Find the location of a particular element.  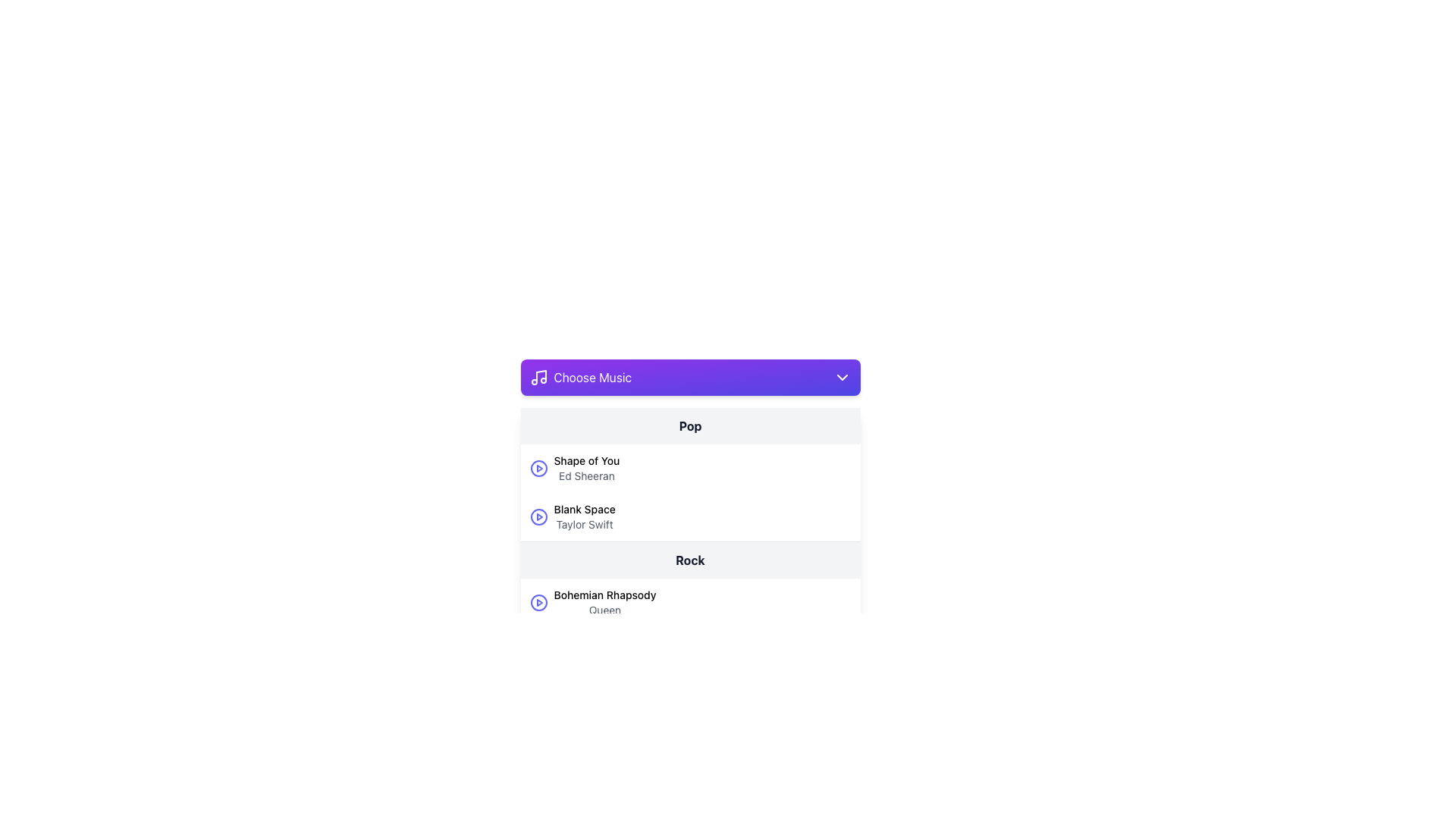

the second item in the music selection dropdown, which is the song 'Blank Space' by Taylor Swift is located at coordinates (689, 516).